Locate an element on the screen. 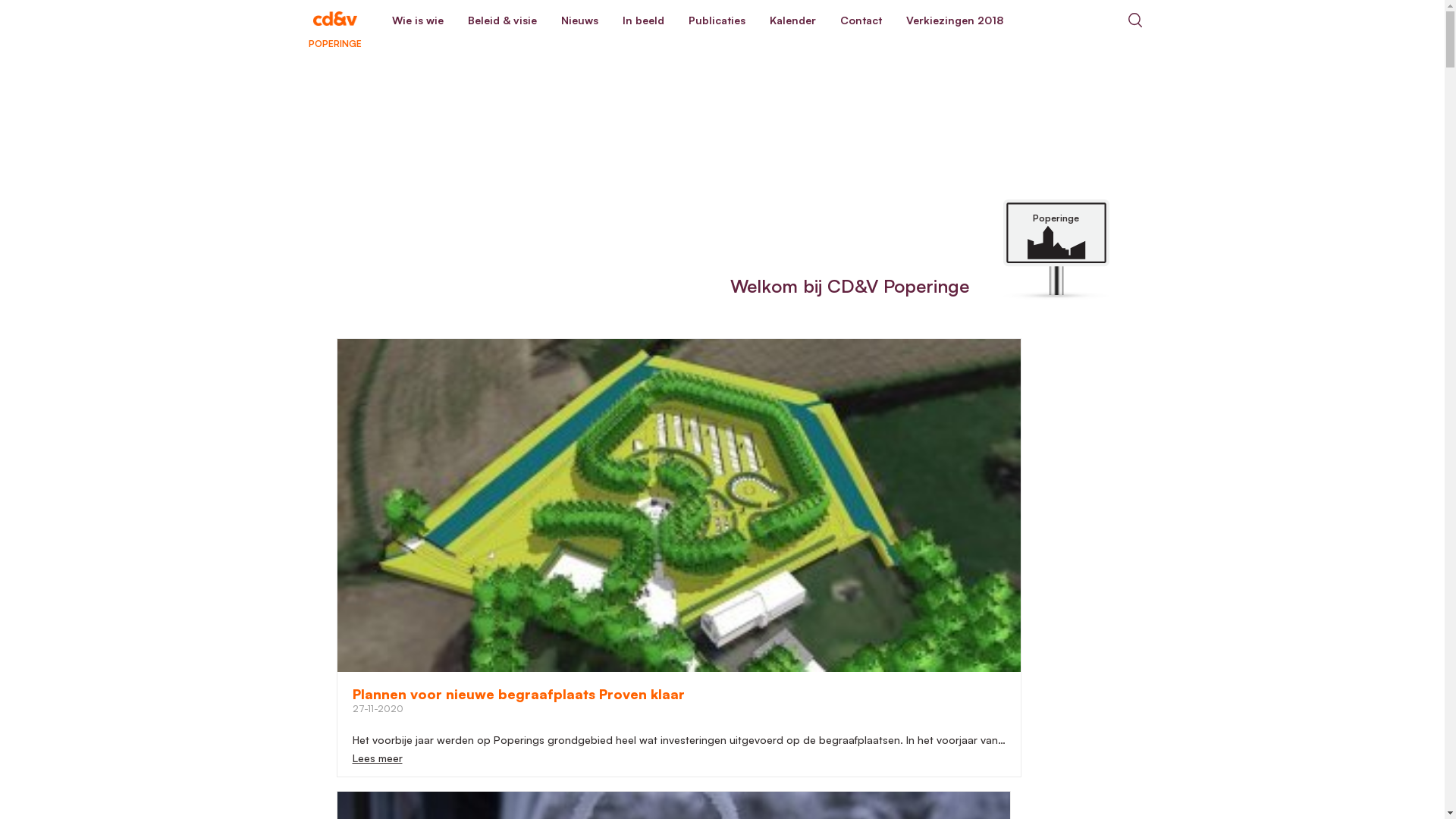  'Contact' is located at coordinates (861, 20).